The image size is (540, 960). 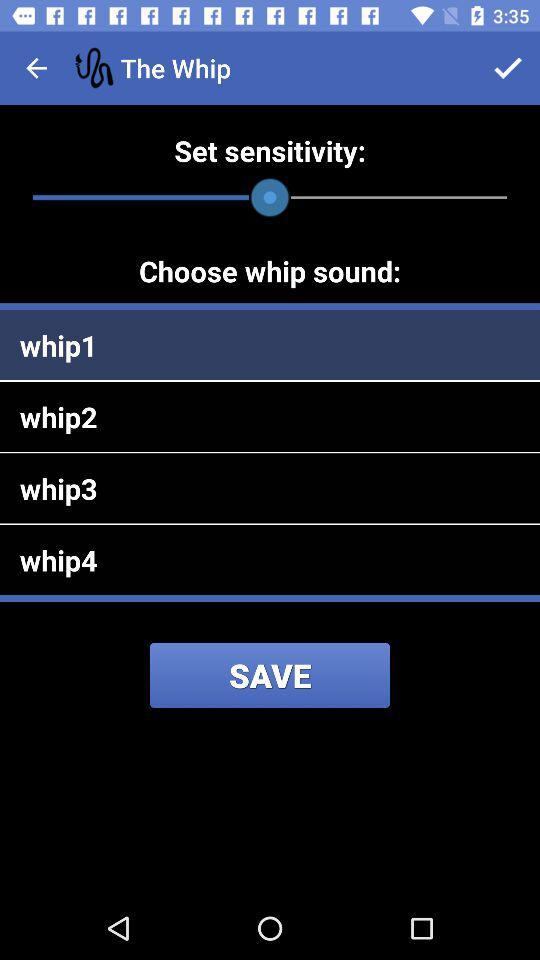 What do you see at coordinates (508, 68) in the screenshot?
I see `the icon next to the the whip icon` at bounding box center [508, 68].